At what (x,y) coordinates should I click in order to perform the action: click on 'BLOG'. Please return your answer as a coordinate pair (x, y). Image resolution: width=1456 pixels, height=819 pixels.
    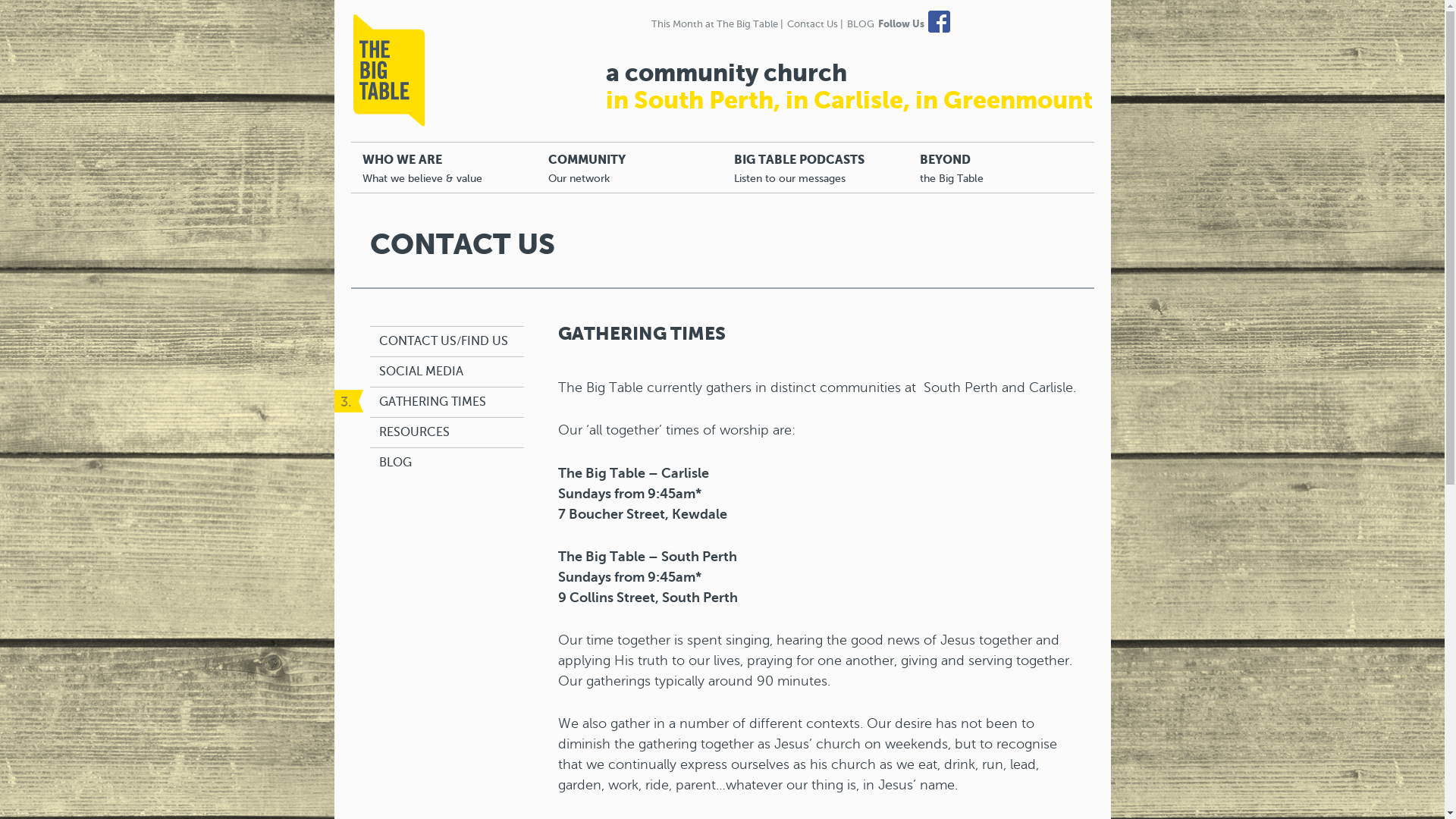
    Looking at the image, I should click on (859, 24).